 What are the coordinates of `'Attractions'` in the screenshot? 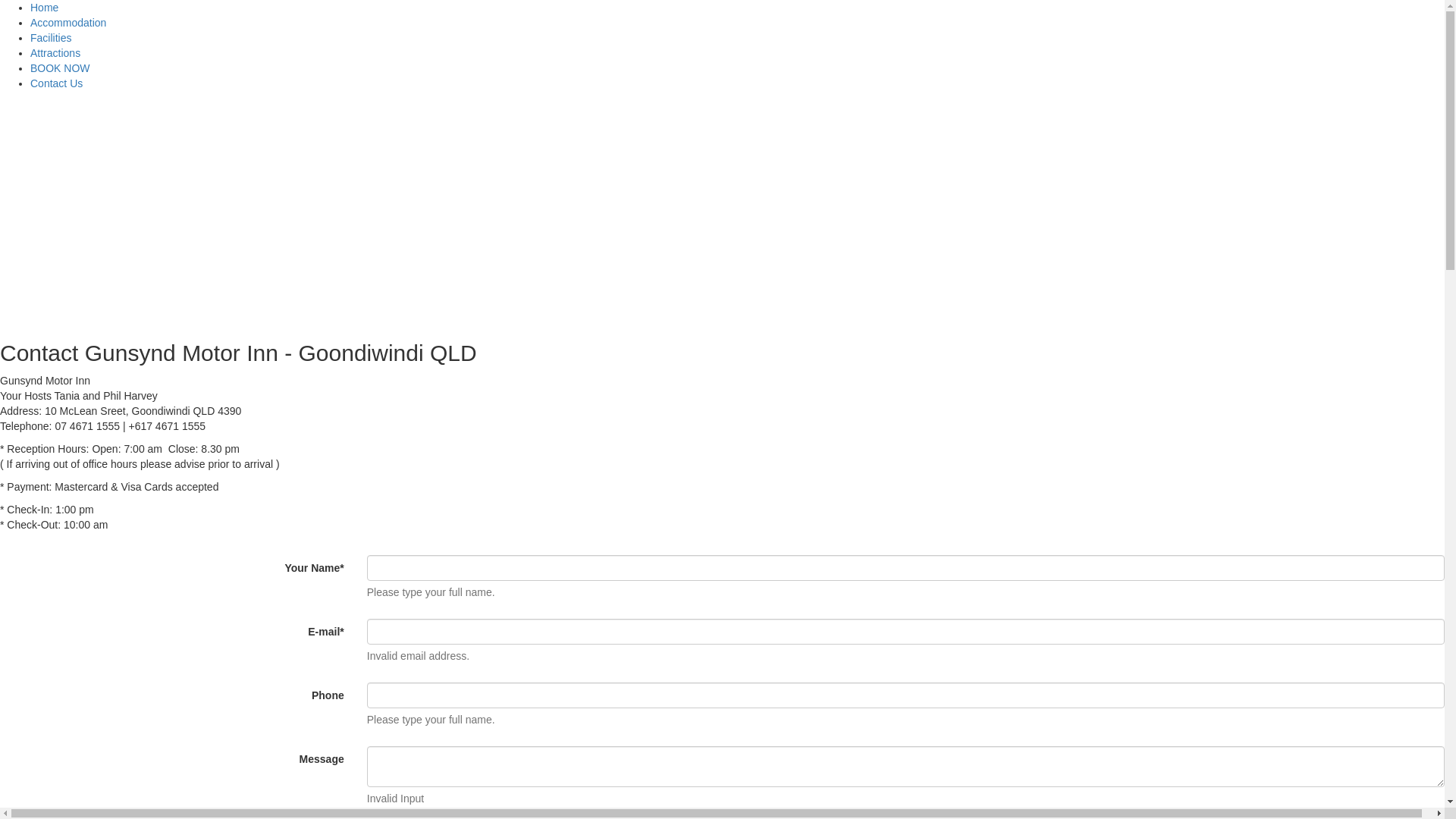 It's located at (55, 52).